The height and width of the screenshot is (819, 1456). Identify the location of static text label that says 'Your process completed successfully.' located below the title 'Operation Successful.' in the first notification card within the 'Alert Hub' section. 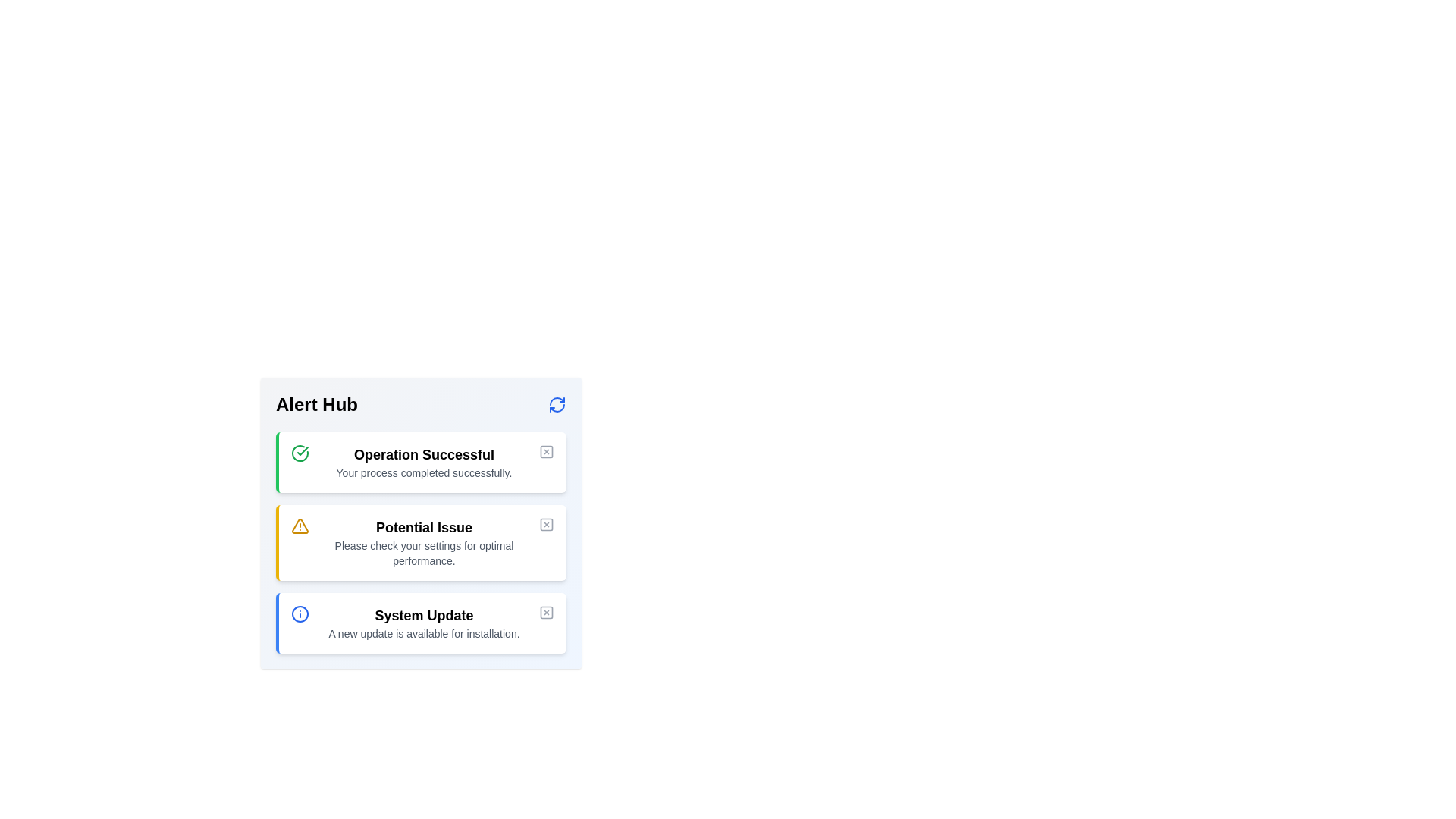
(424, 472).